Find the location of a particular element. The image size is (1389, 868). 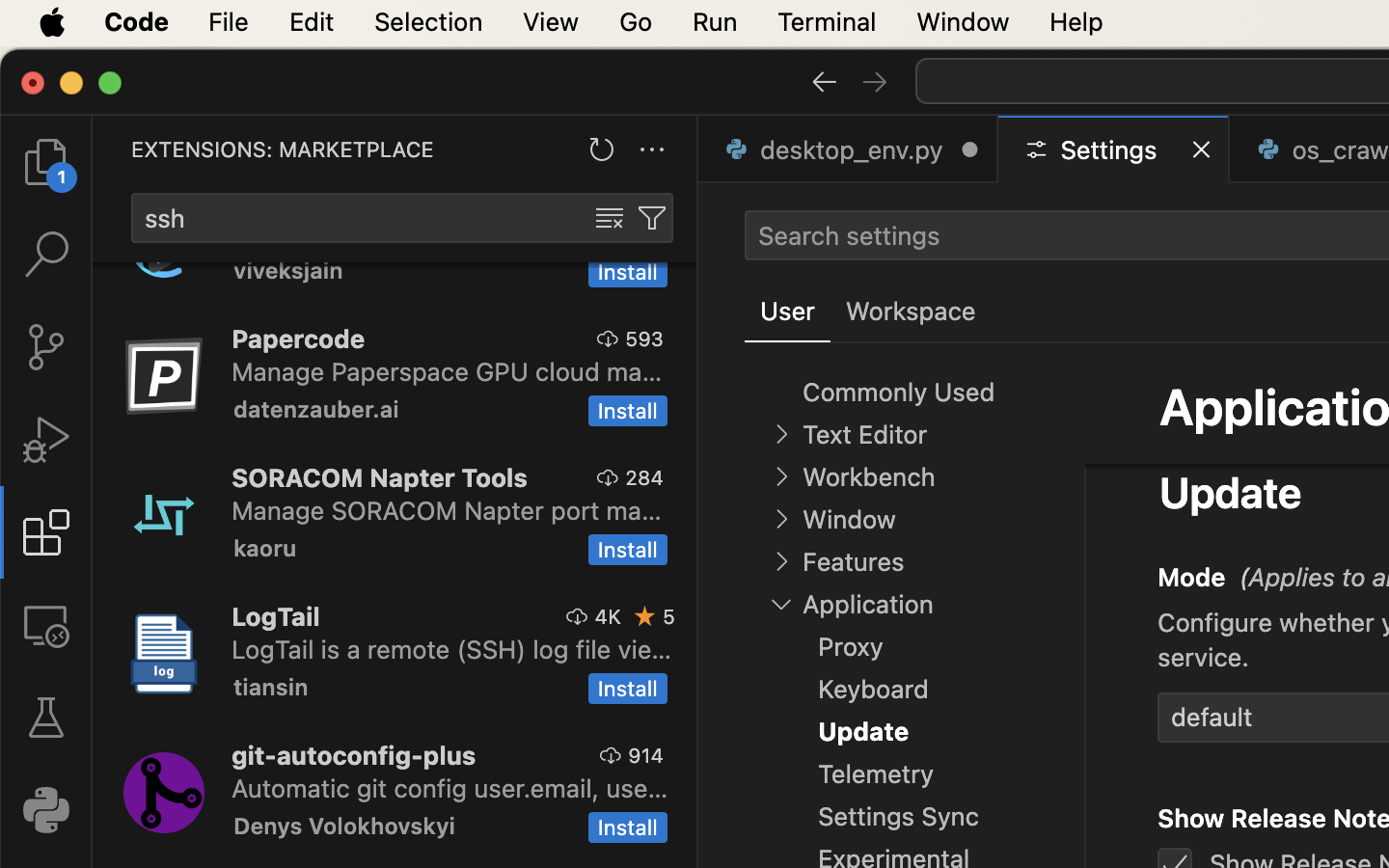

'4K' is located at coordinates (607, 616).